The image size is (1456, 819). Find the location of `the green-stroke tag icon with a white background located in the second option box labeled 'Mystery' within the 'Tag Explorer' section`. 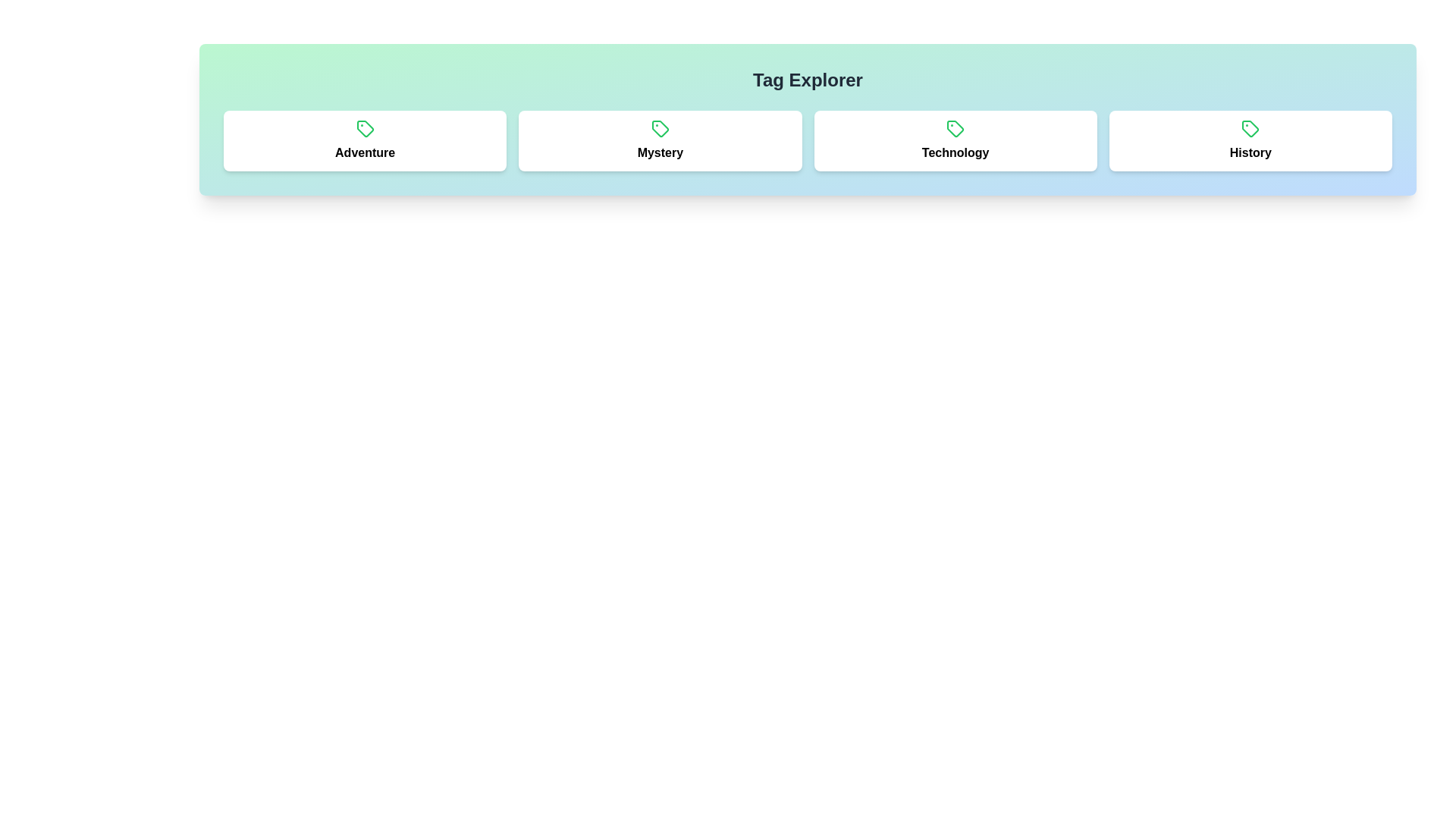

the green-stroke tag icon with a white background located in the second option box labeled 'Mystery' within the 'Tag Explorer' section is located at coordinates (660, 127).